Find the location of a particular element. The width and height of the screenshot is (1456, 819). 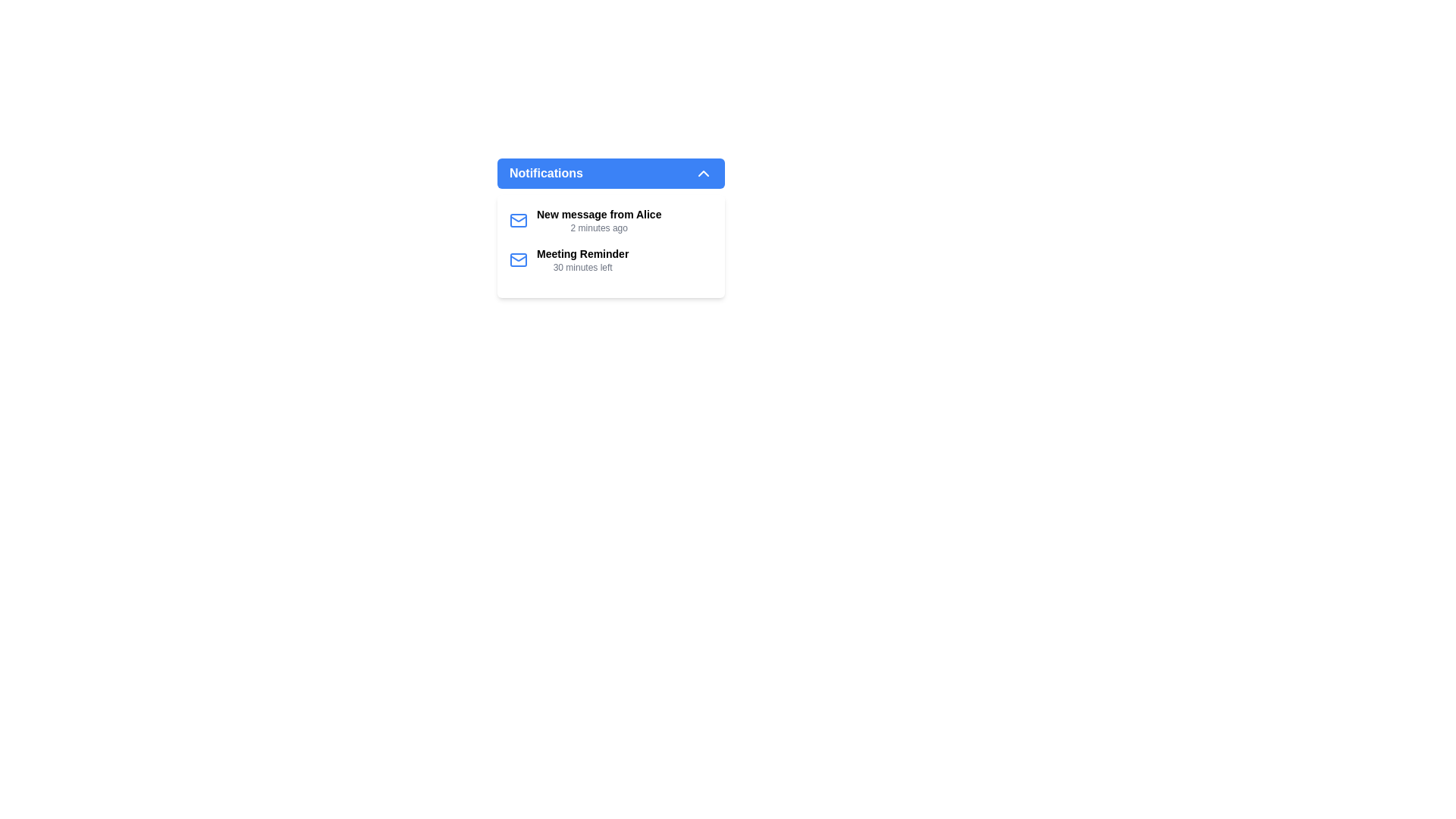

the second notification item in the vertical list within the white notification section is located at coordinates (611, 259).